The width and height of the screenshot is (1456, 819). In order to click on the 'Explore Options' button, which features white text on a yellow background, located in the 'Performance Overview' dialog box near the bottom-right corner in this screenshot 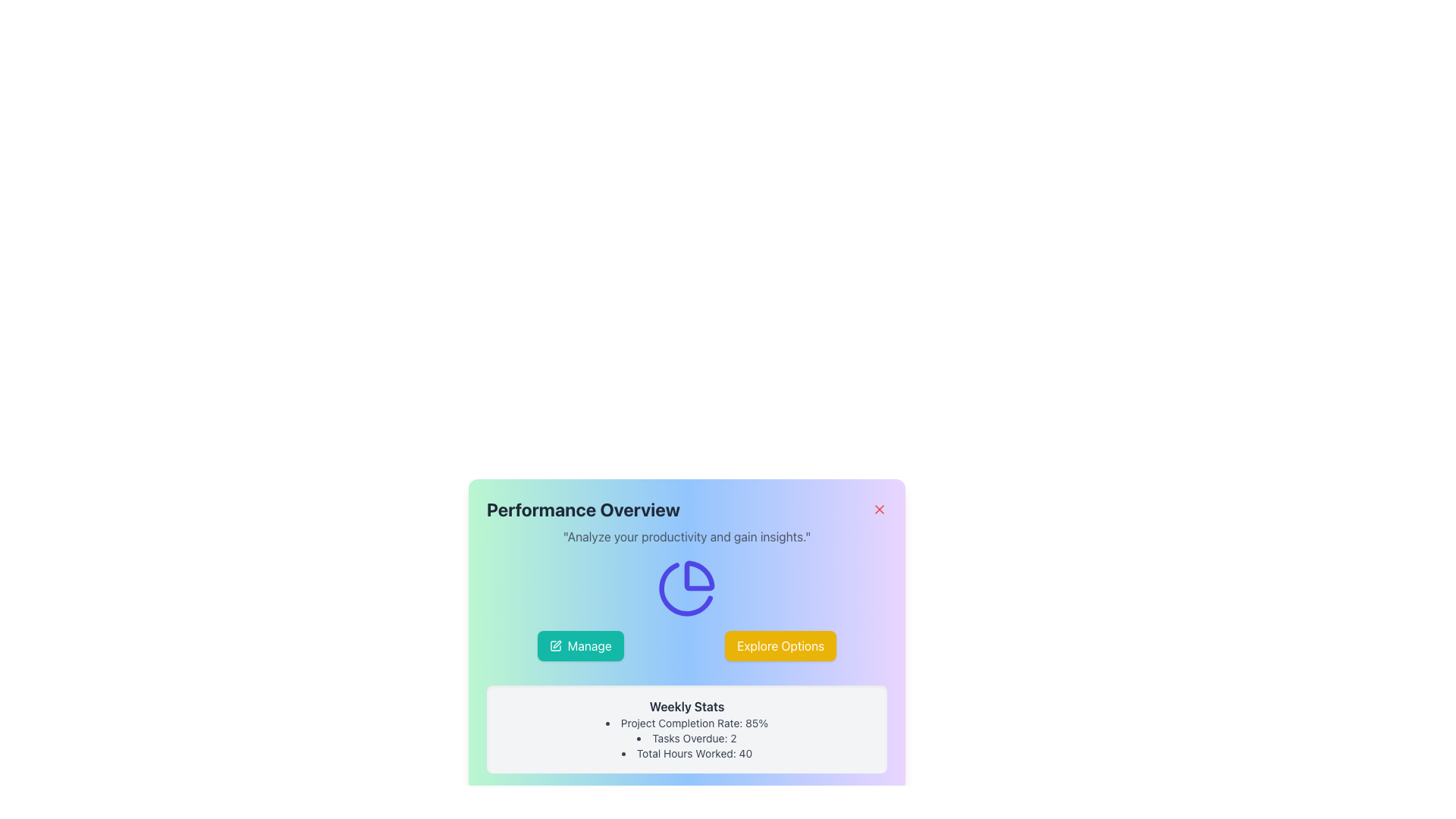, I will do `click(780, 646)`.